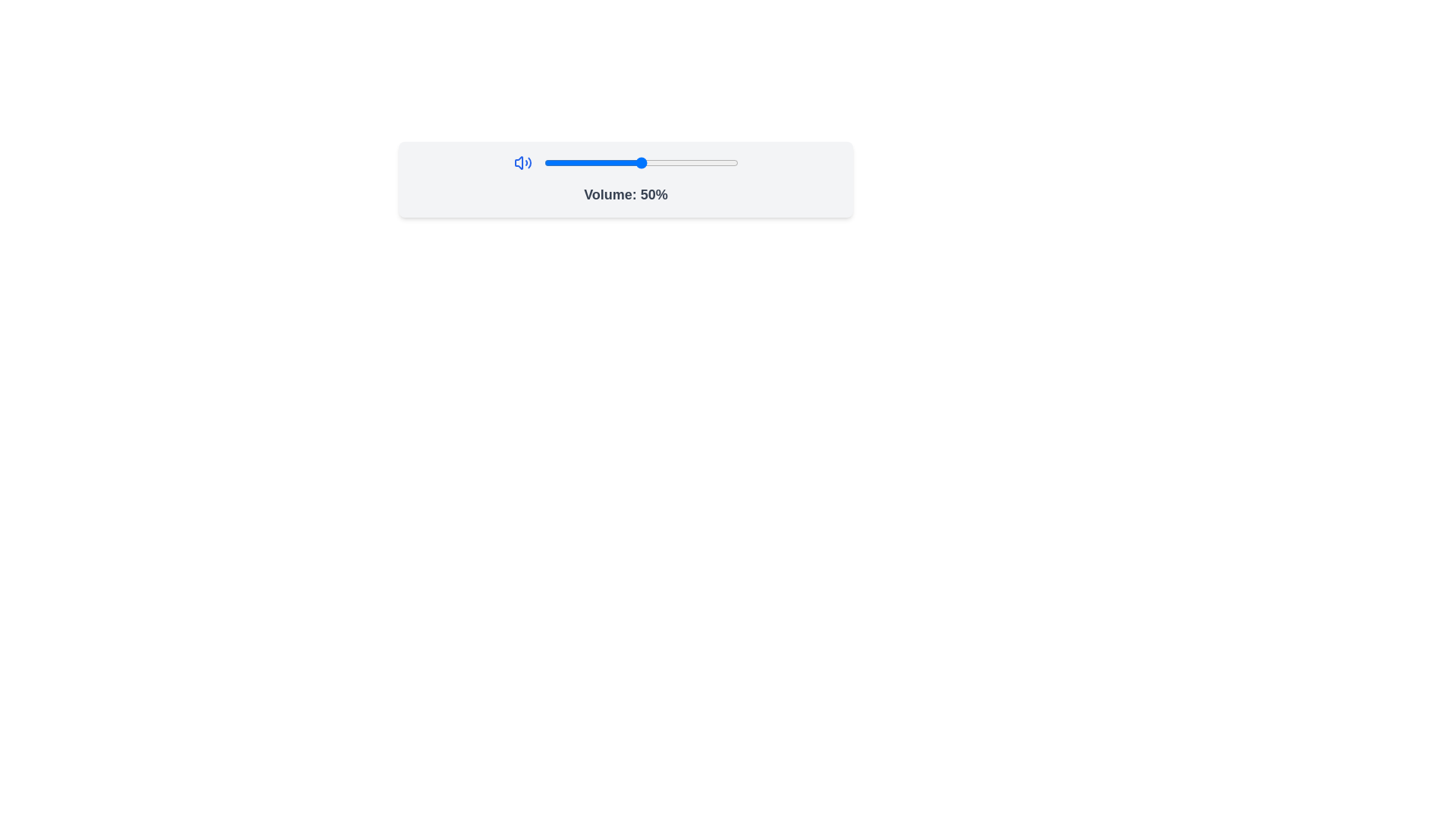  What do you see at coordinates (641, 163) in the screenshot?
I see `the handle of the horizontal range slider, which is centrally positioned and represents a 50% value` at bounding box center [641, 163].